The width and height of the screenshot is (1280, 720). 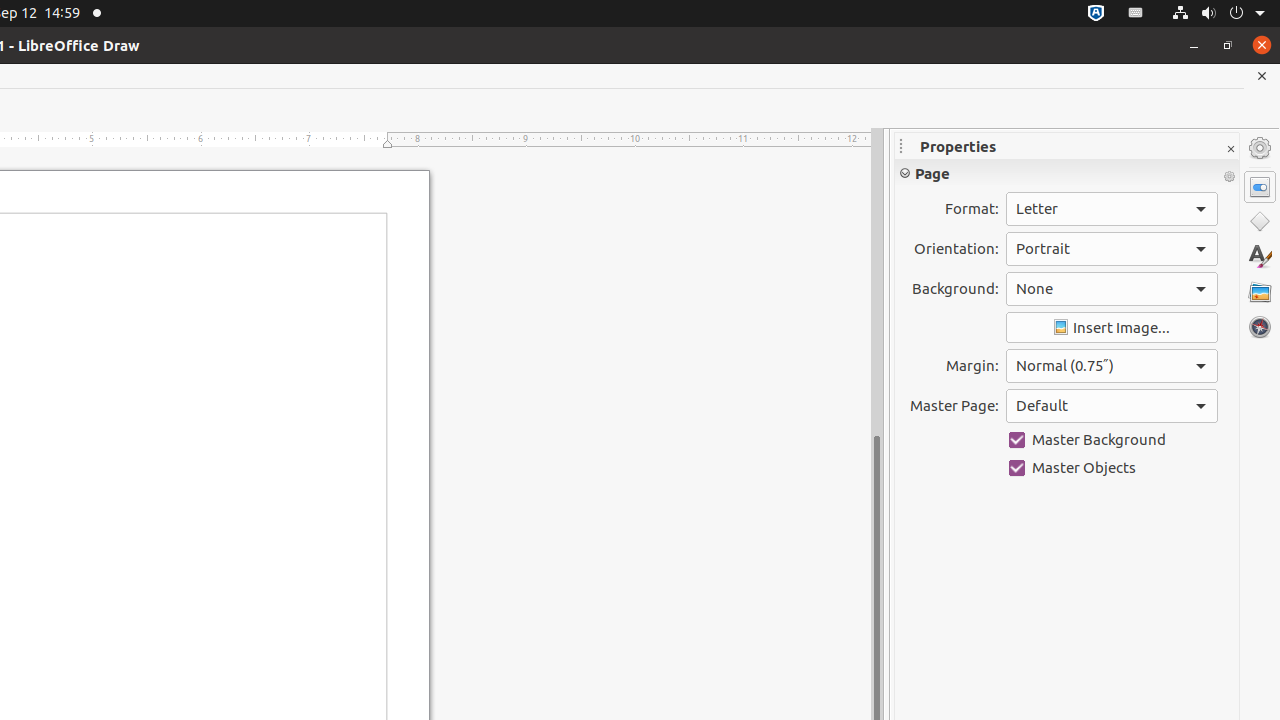 What do you see at coordinates (1217, 13) in the screenshot?
I see `'System'` at bounding box center [1217, 13].